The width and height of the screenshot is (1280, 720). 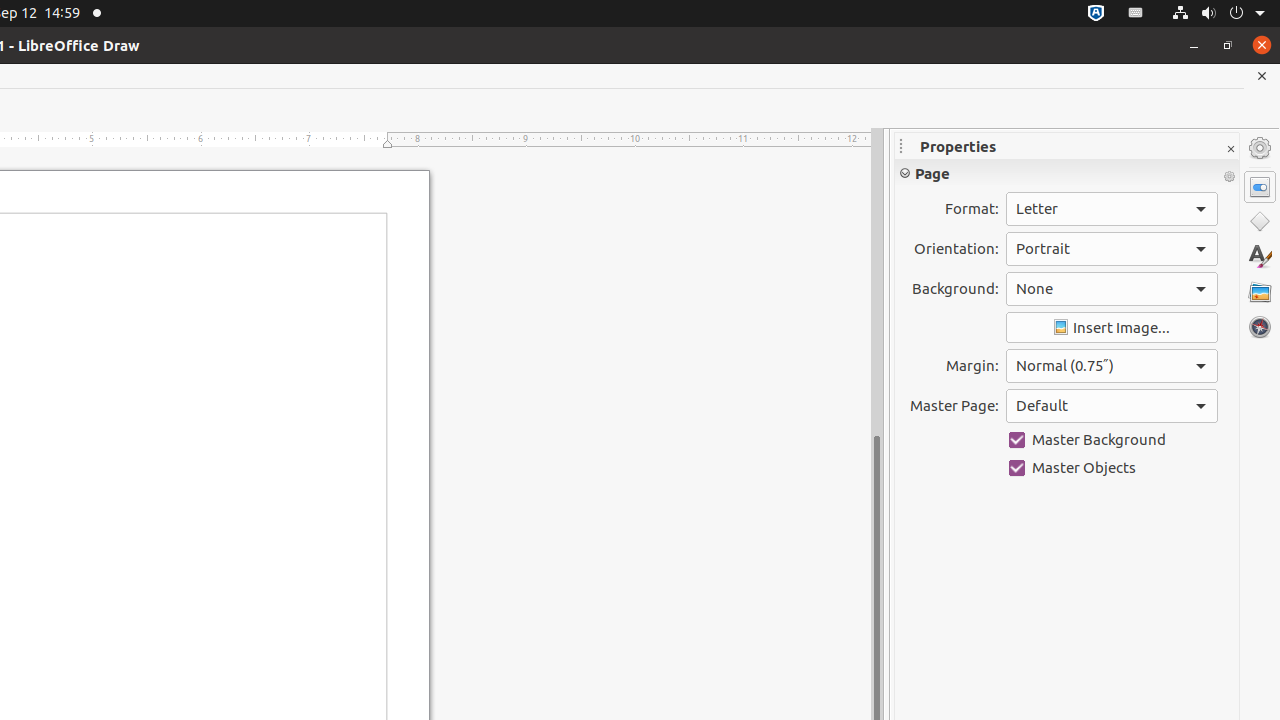 What do you see at coordinates (1217, 13) in the screenshot?
I see `'System'` at bounding box center [1217, 13].